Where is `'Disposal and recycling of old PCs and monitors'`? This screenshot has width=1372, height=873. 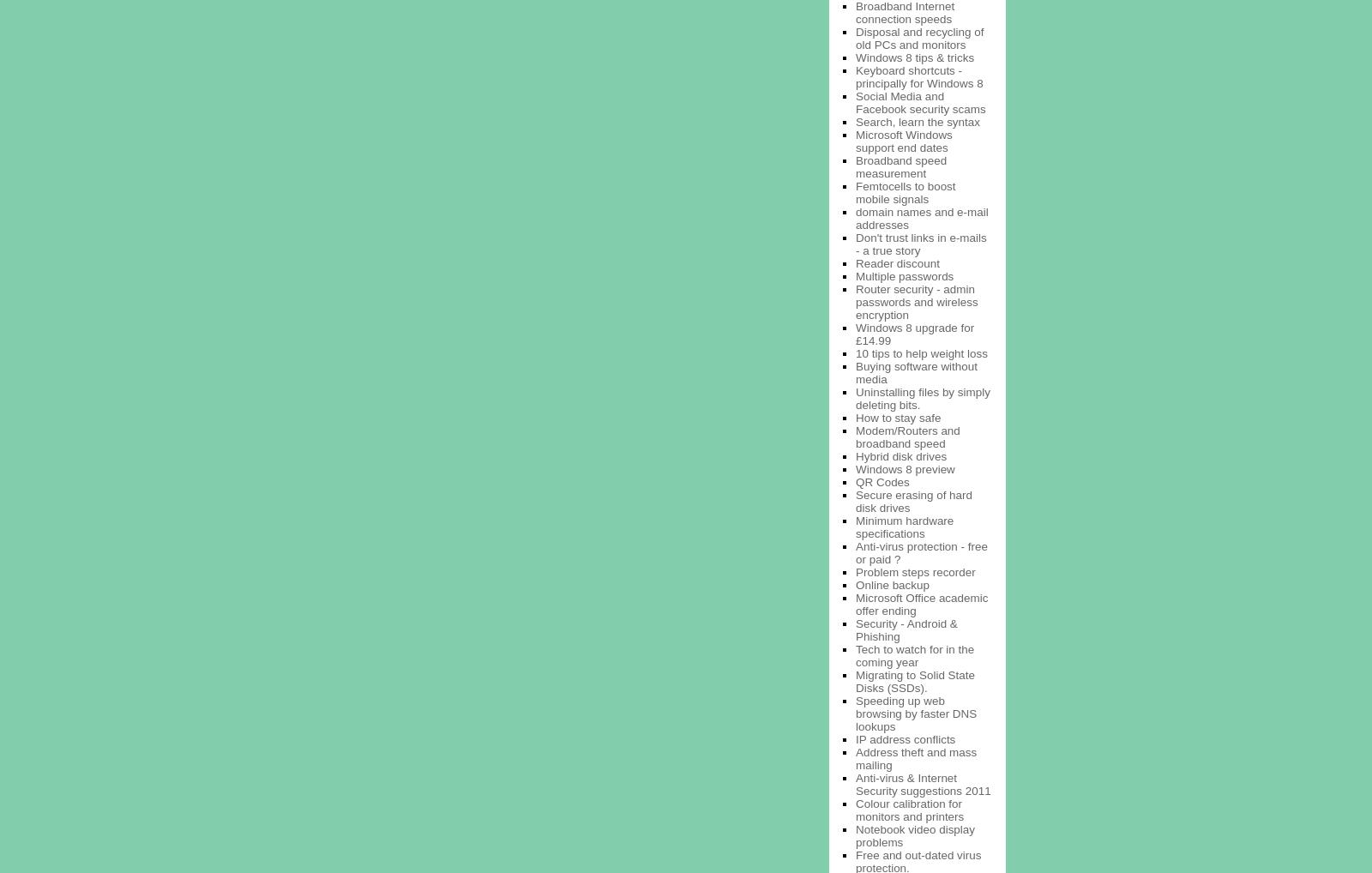 'Disposal and recycling of old PCs and monitors' is located at coordinates (919, 36).